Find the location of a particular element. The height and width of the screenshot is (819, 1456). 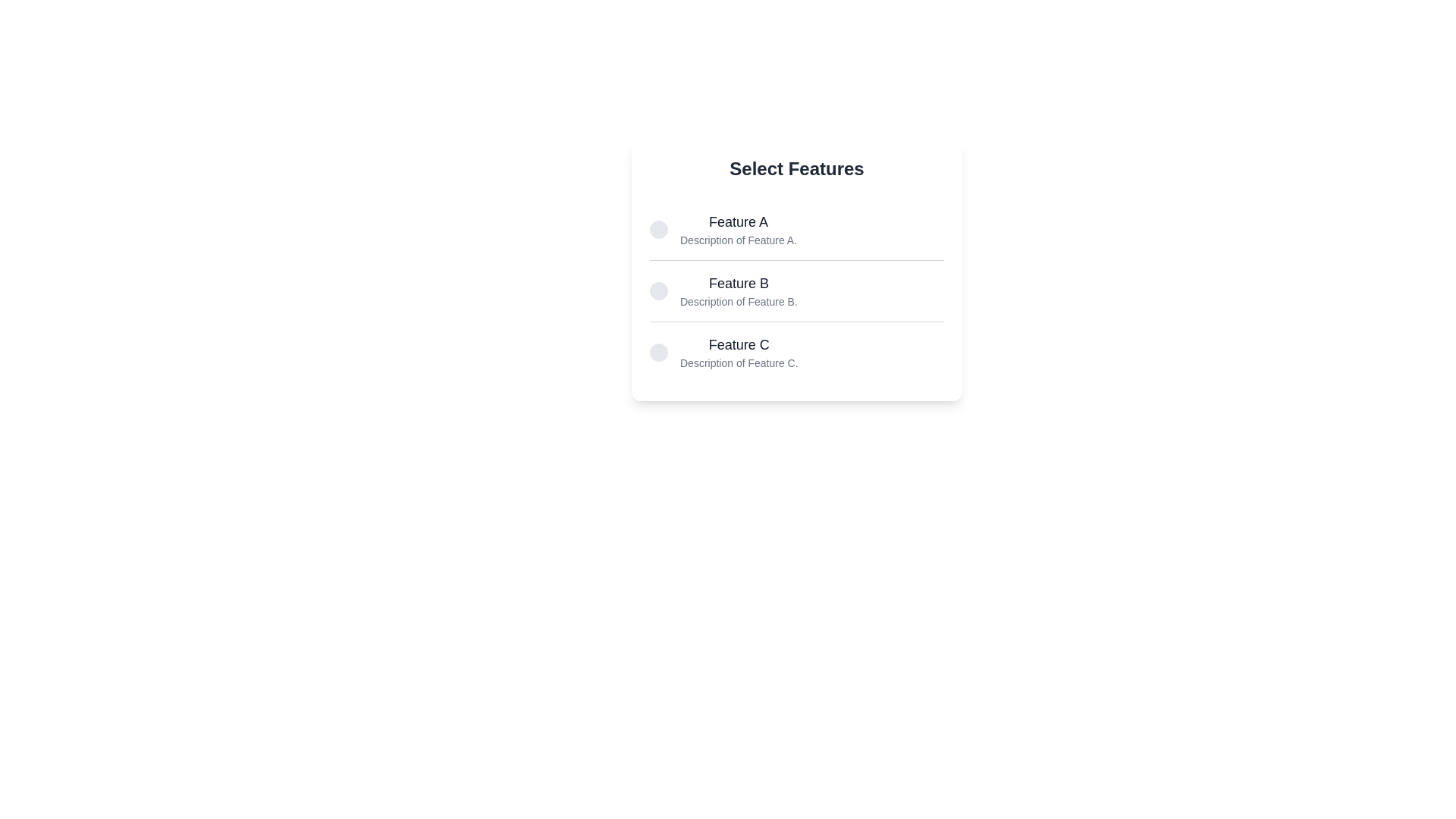

the second list item labeled 'Feature B' which contains textual information and an icon, located between 'Feature A' and 'Feature C' is located at coordinates (723, 291).